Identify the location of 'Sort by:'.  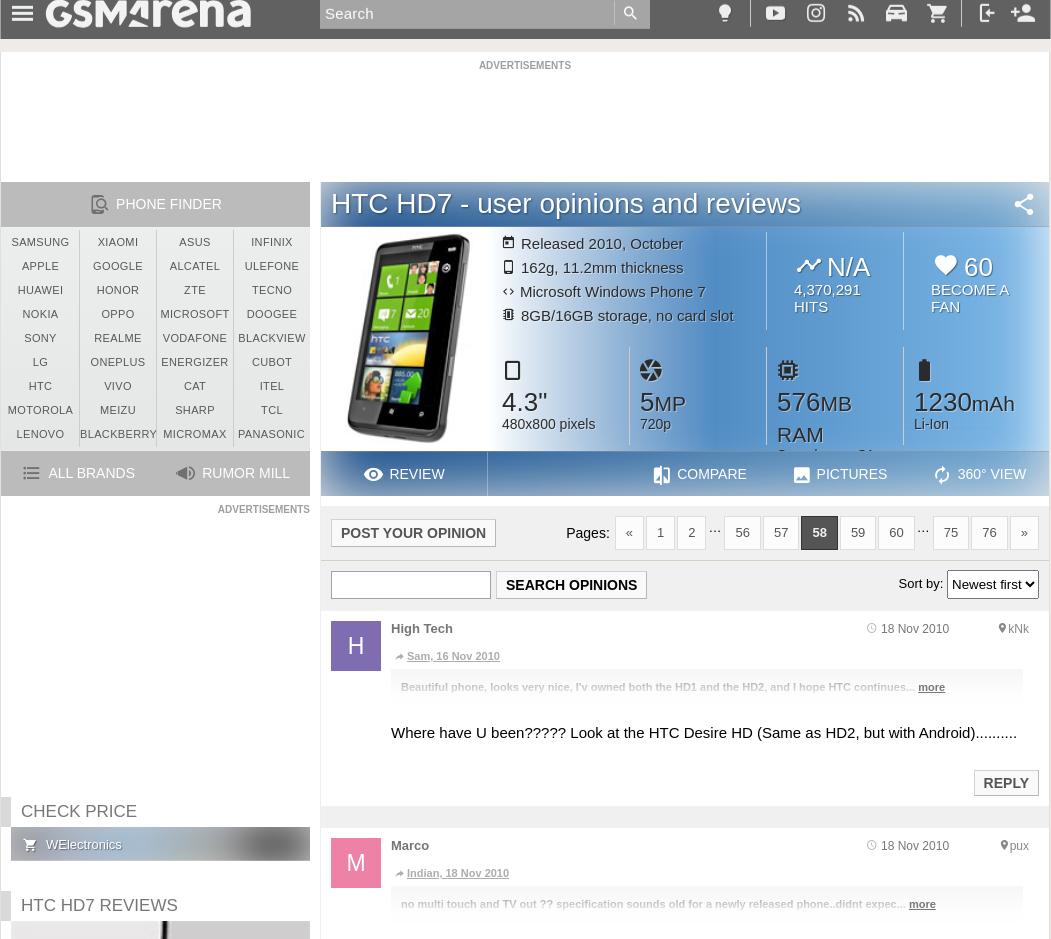
(897, 582).